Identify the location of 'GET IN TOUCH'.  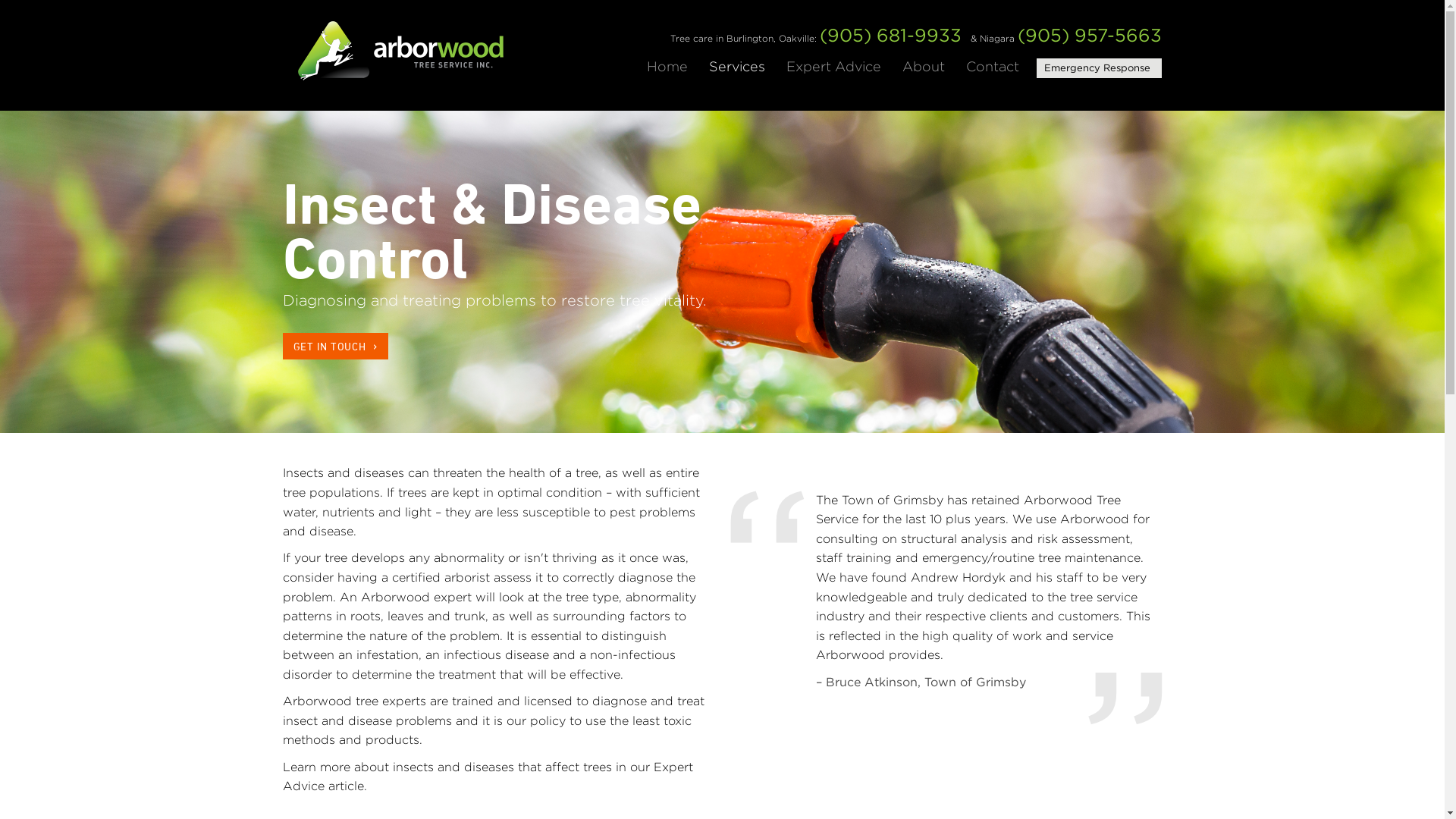
(282, 346).